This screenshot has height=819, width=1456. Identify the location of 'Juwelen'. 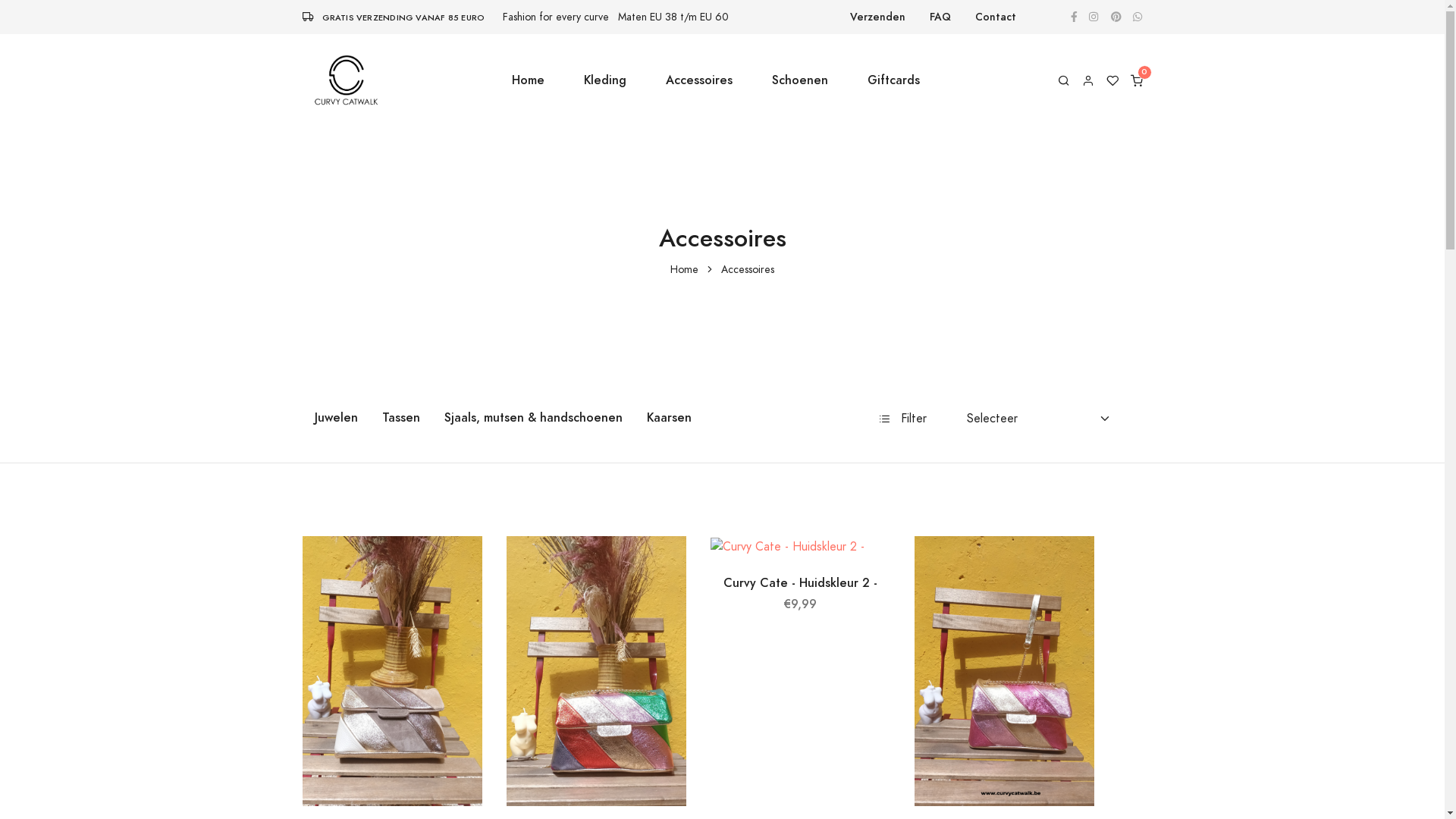
(334, 418).